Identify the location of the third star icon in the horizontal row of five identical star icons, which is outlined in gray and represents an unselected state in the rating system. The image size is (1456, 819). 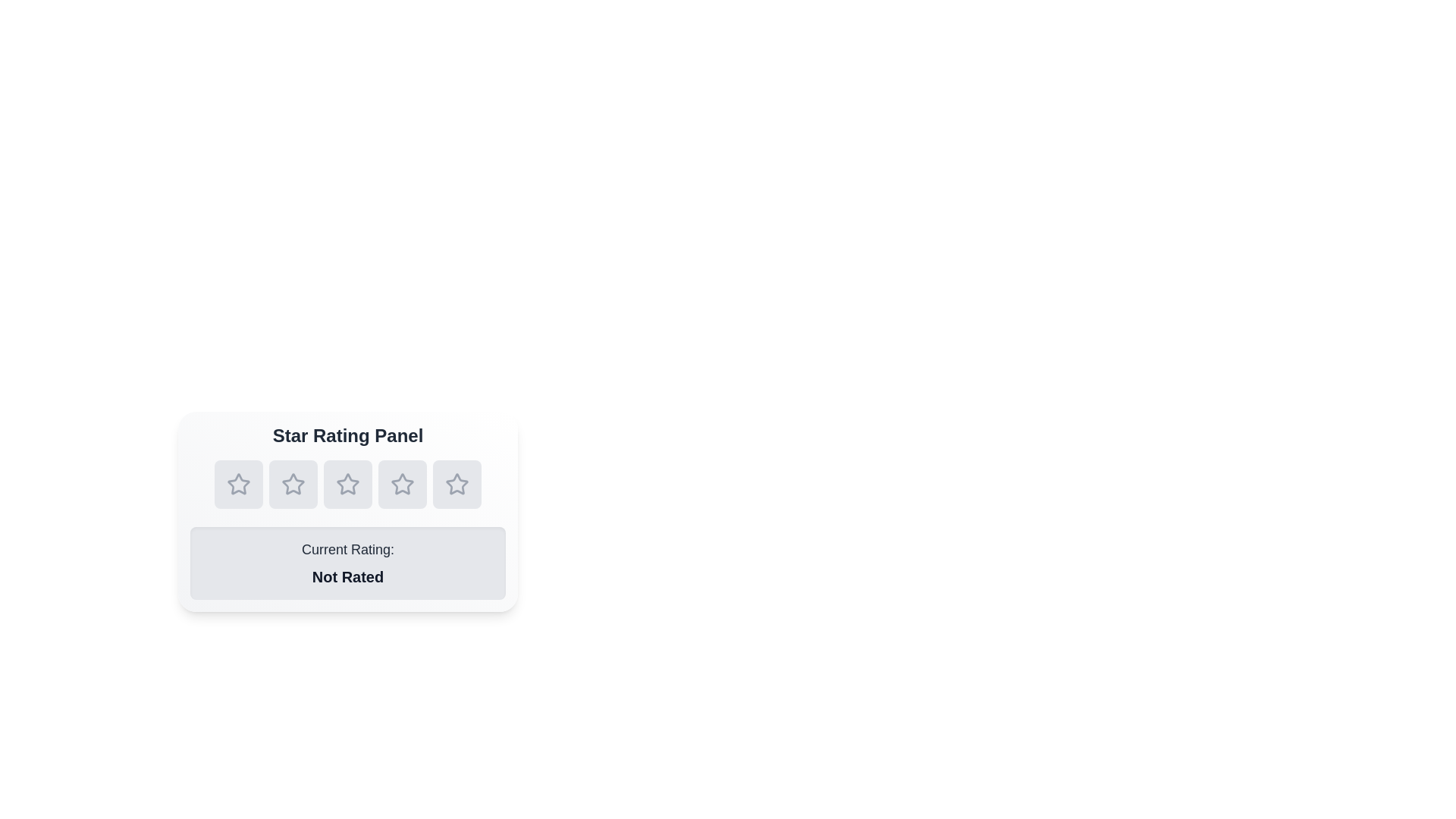
(347, 485).